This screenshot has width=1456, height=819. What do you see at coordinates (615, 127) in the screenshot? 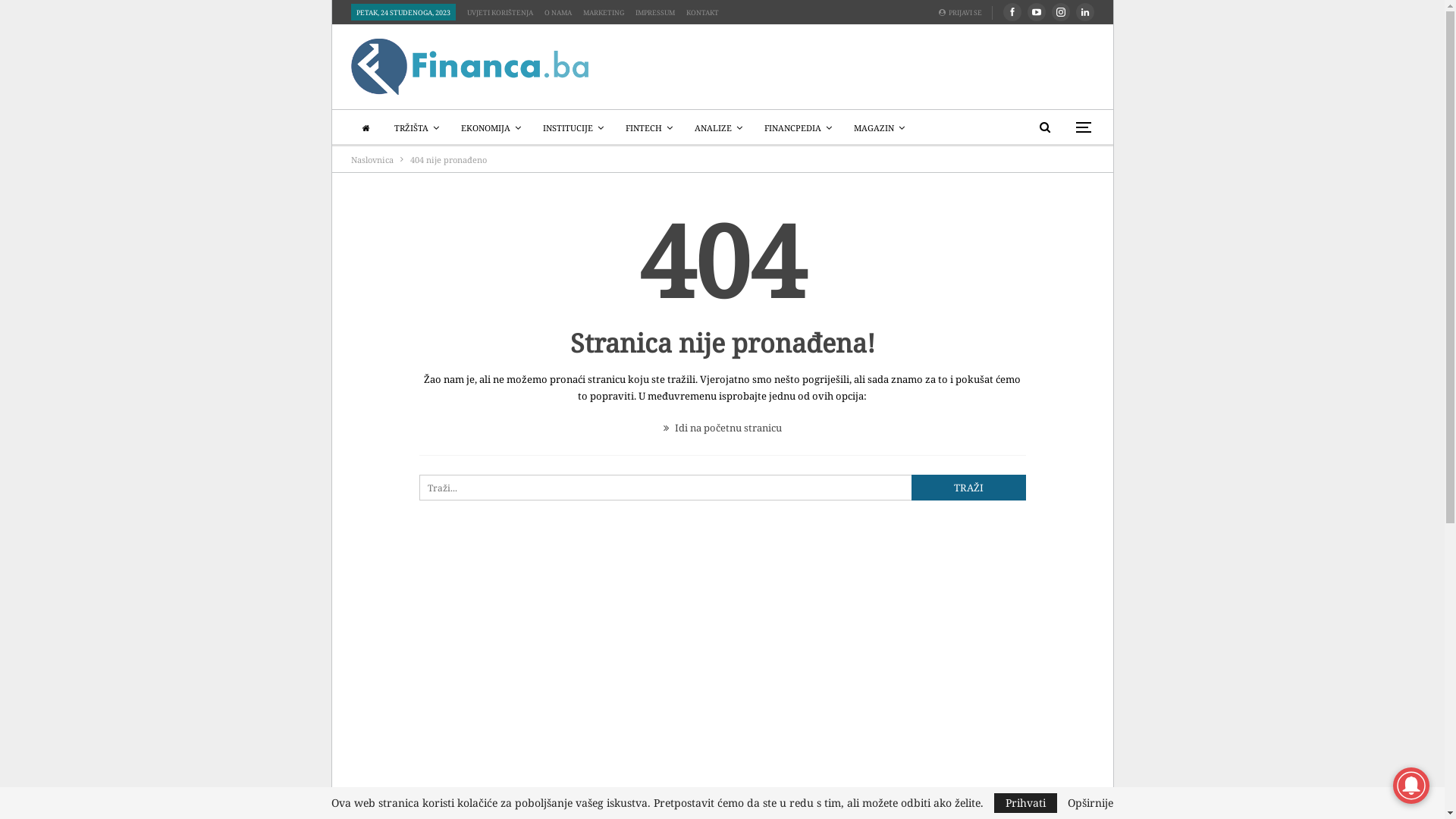
I see `'FINTECH'` at bounding box center [615, 127].